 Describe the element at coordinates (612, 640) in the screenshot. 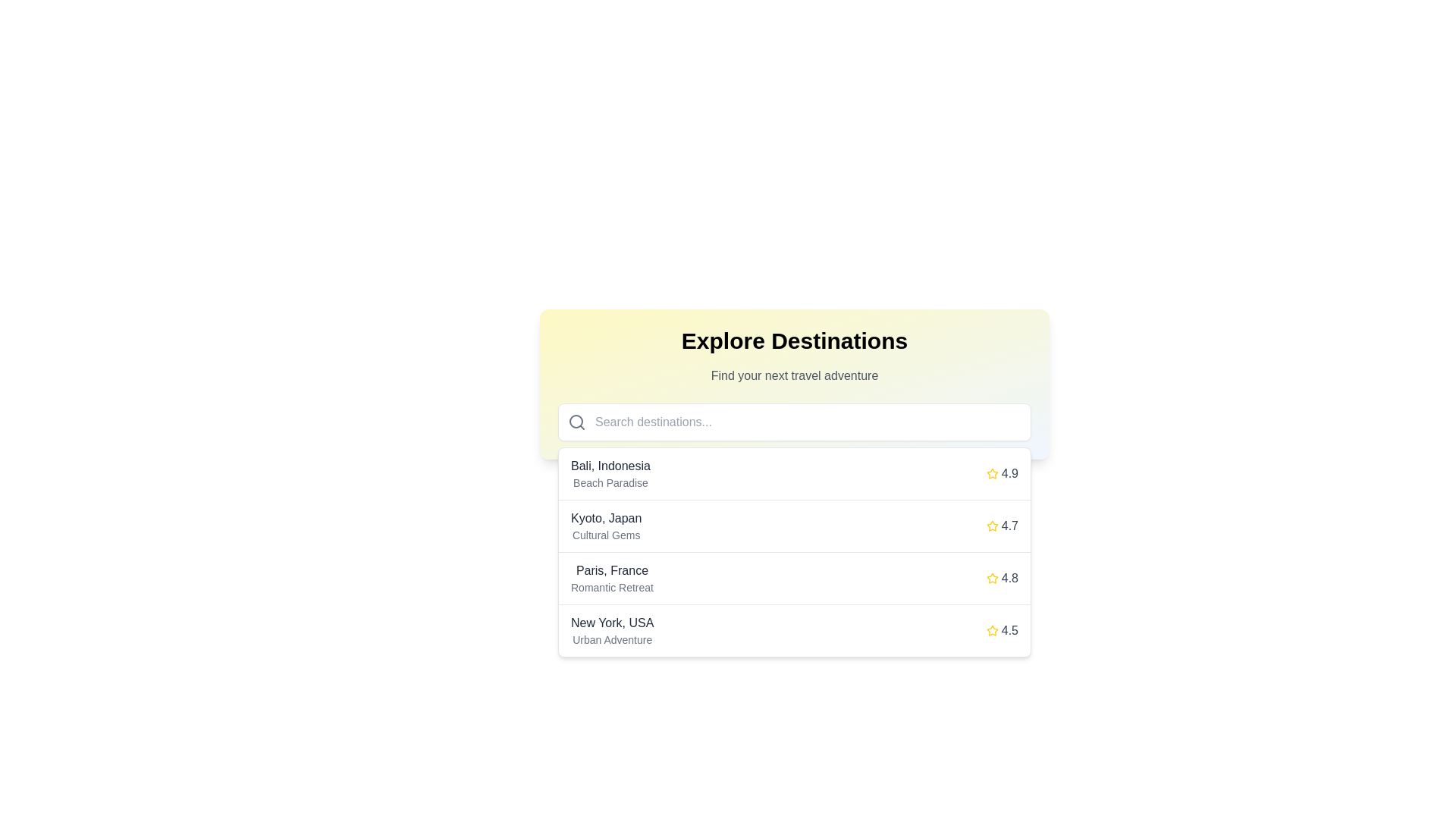

I see `text of the Label that provides additional context about the destination, located below the prominent 'New York, USA' text in the list of destinations` at that location.